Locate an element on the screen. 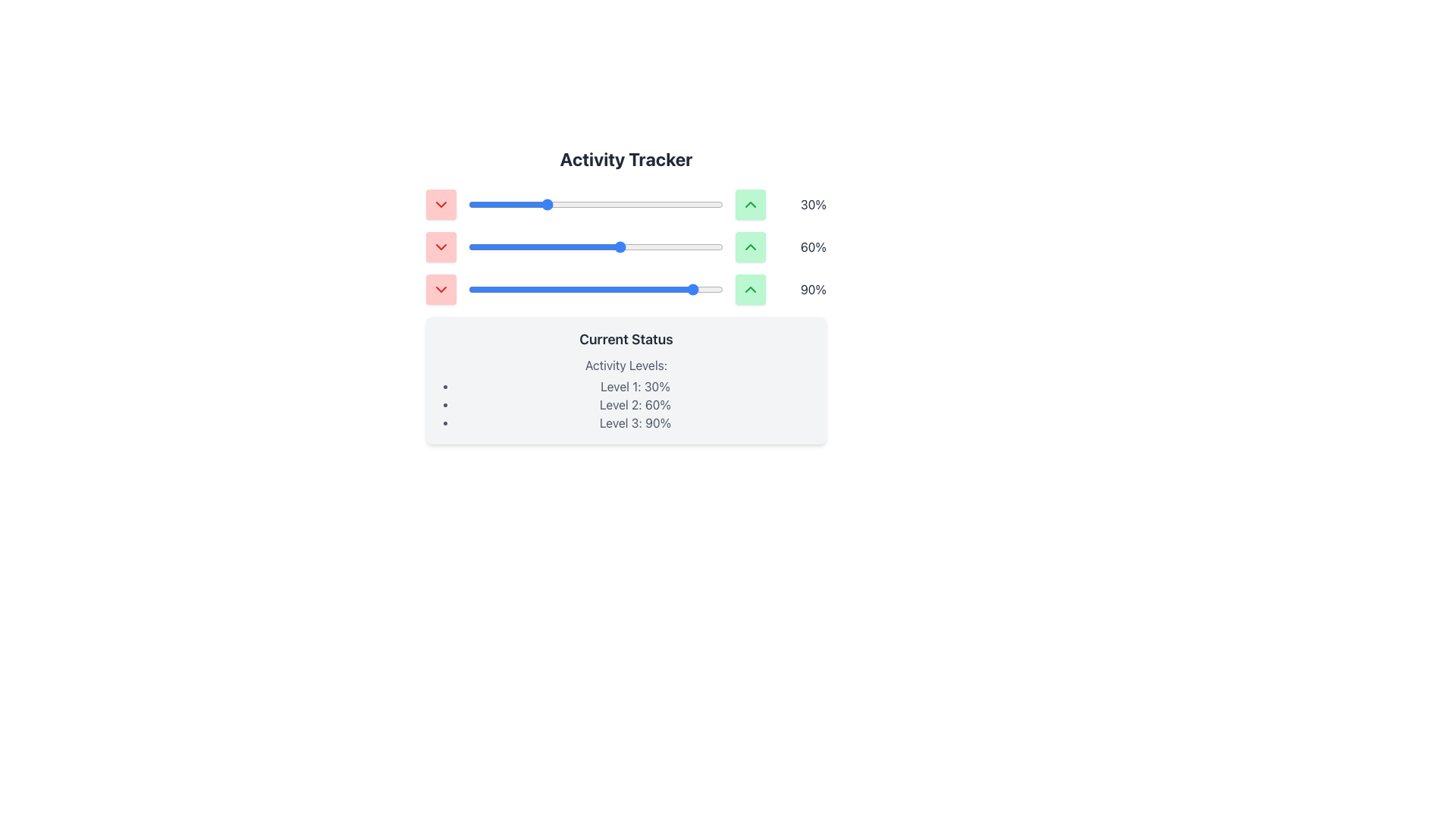 Image resolution: width=1456 pixels, height=819 pixels. the slider value is located at coordinates (598, 289).